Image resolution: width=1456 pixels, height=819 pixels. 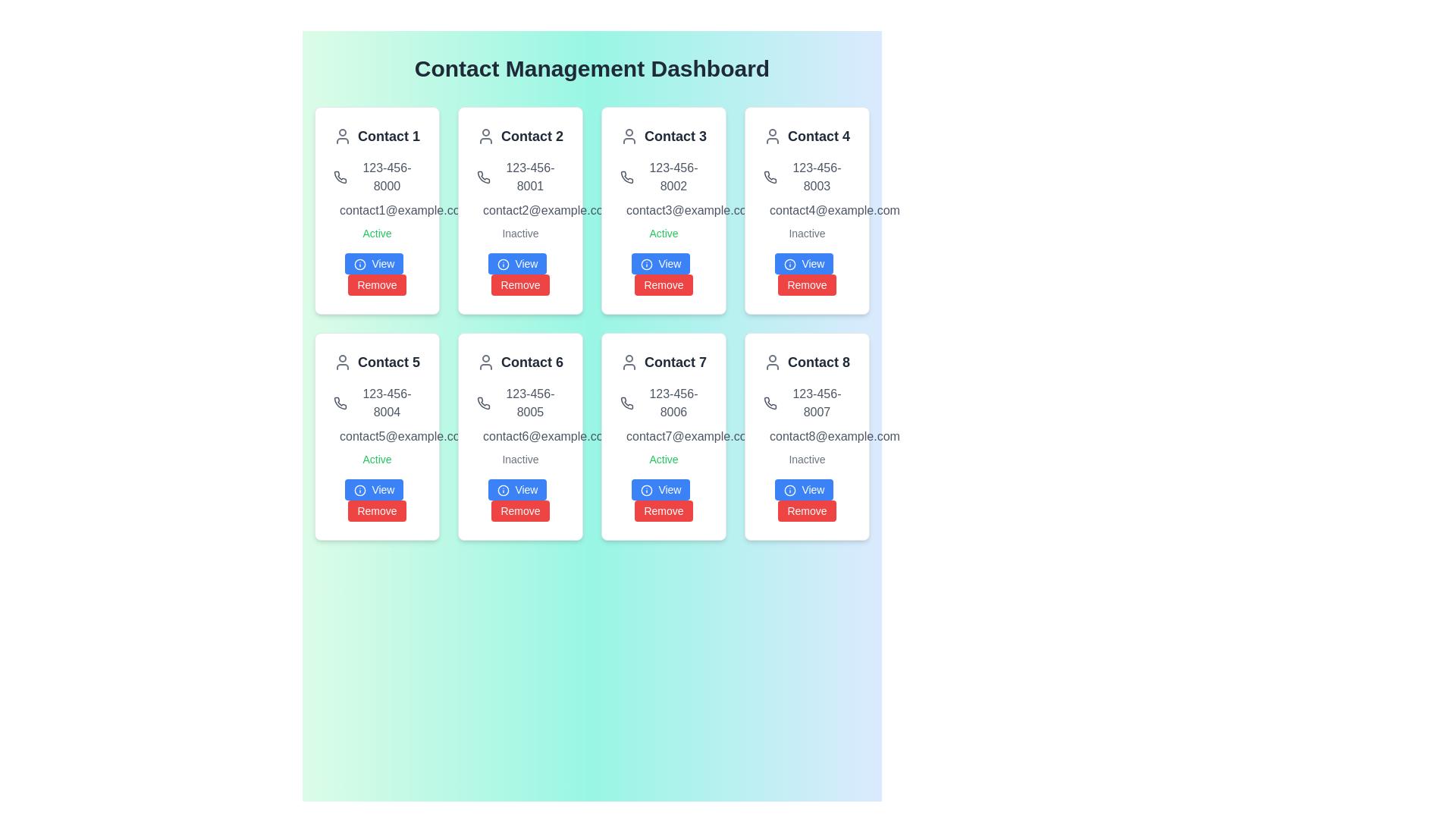 What do you see at coordinates (377, 234) in the screenshot?
I see `the text label indicating the activity status of 'Contact 1', which is located in the lower-middle portion of the card, beneath the email address and above the 'View' and 'Remove' buttons` at bounding box center [377, 234].